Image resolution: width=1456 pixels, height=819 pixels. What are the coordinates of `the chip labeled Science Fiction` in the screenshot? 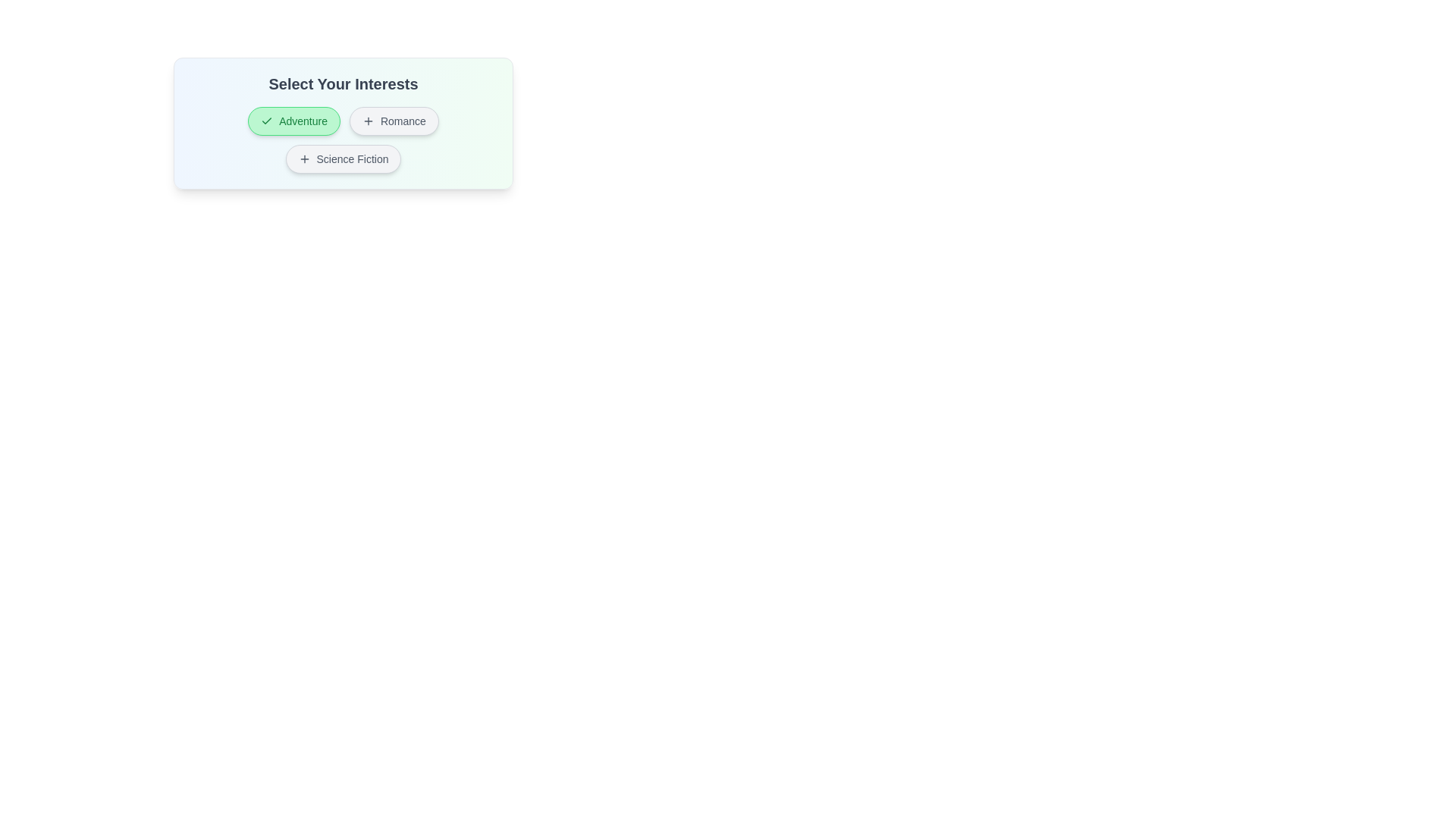 It's located at (342, 158).